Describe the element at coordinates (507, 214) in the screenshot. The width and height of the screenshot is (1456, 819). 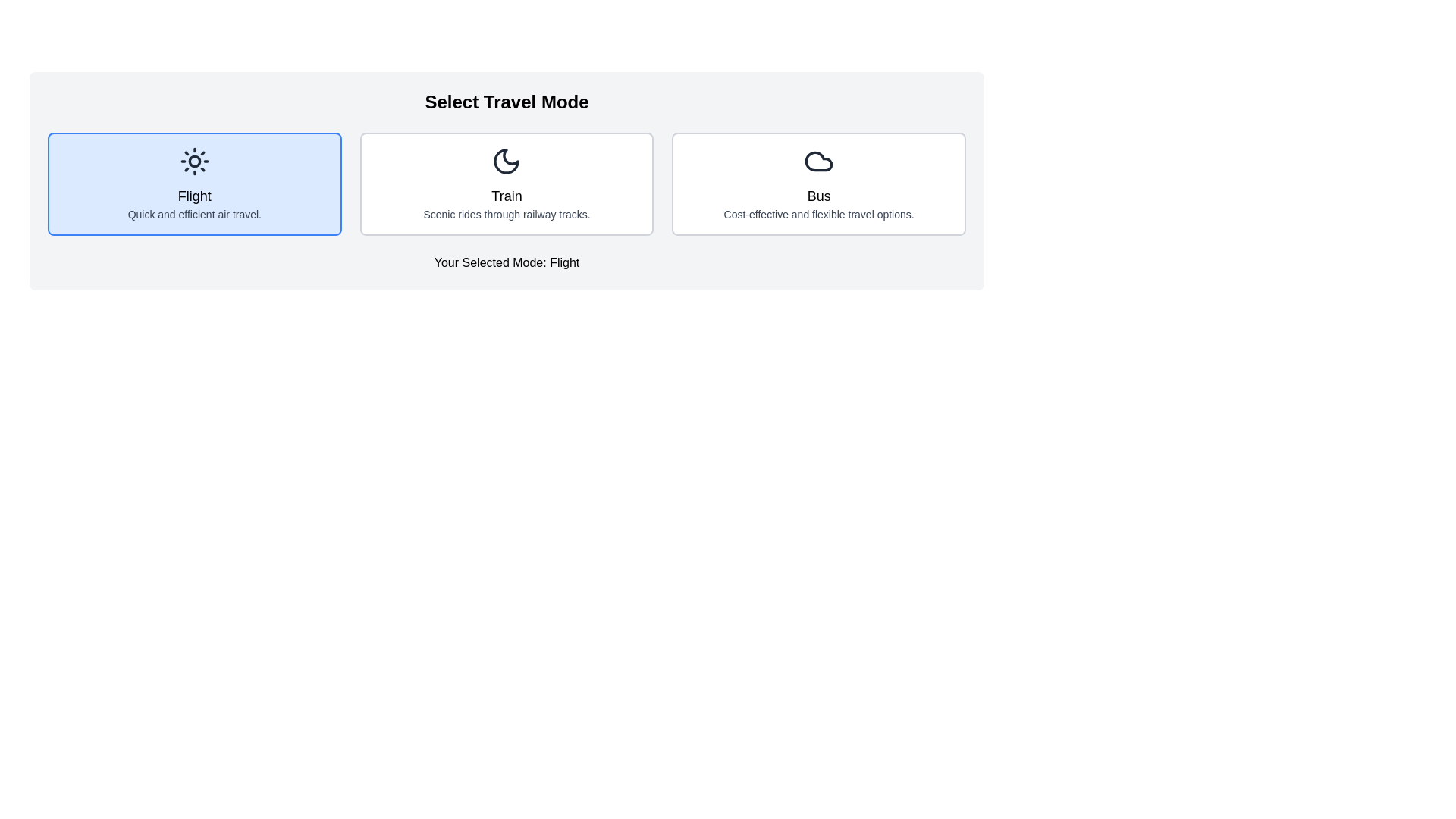
I see `the descriptive text for the 'Train' option, located below the 'Train' label in the middle box of the travel mode selection row` at that location.